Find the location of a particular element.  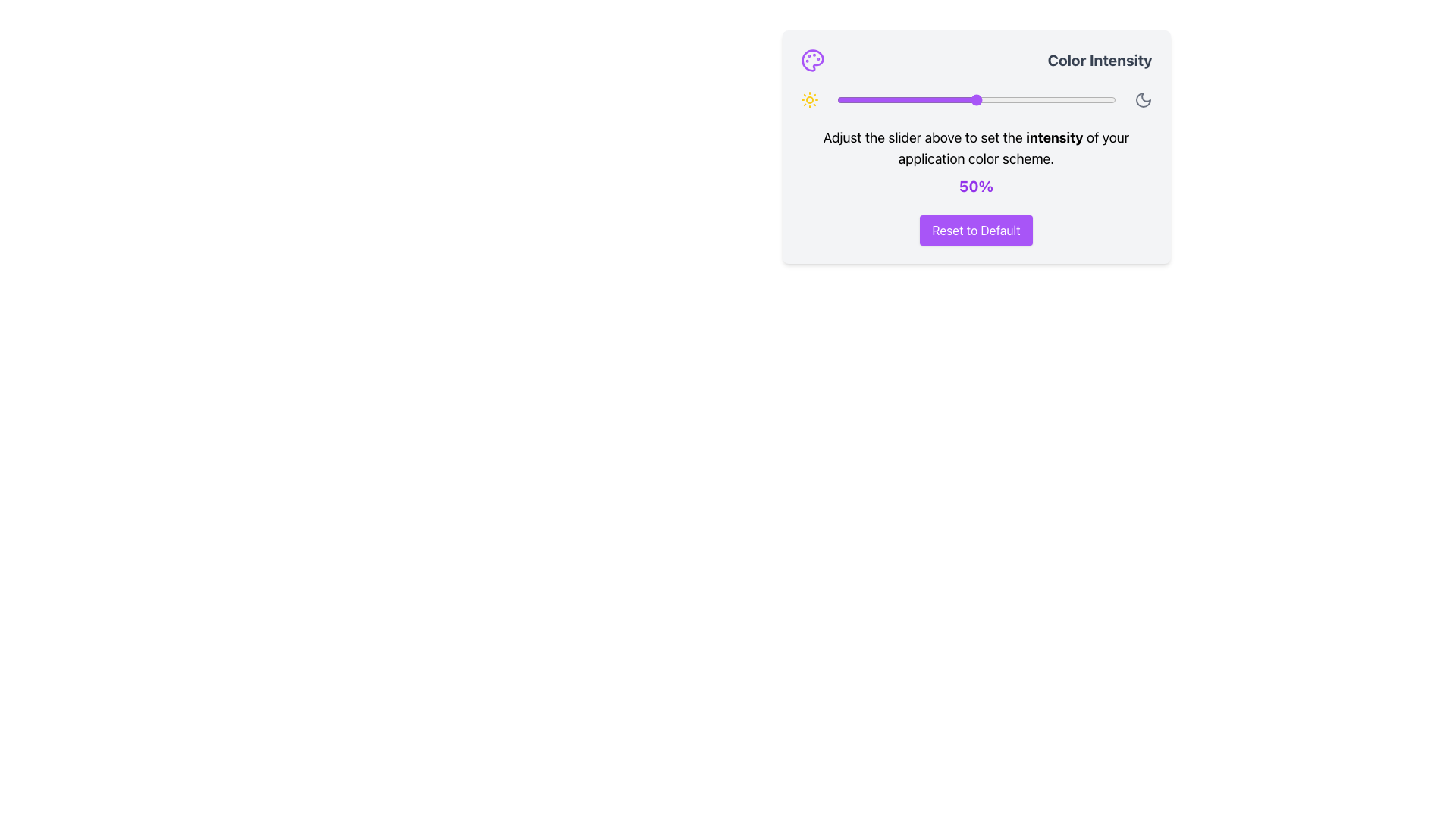

the color intensity slider is located at coordinates (881, 99).